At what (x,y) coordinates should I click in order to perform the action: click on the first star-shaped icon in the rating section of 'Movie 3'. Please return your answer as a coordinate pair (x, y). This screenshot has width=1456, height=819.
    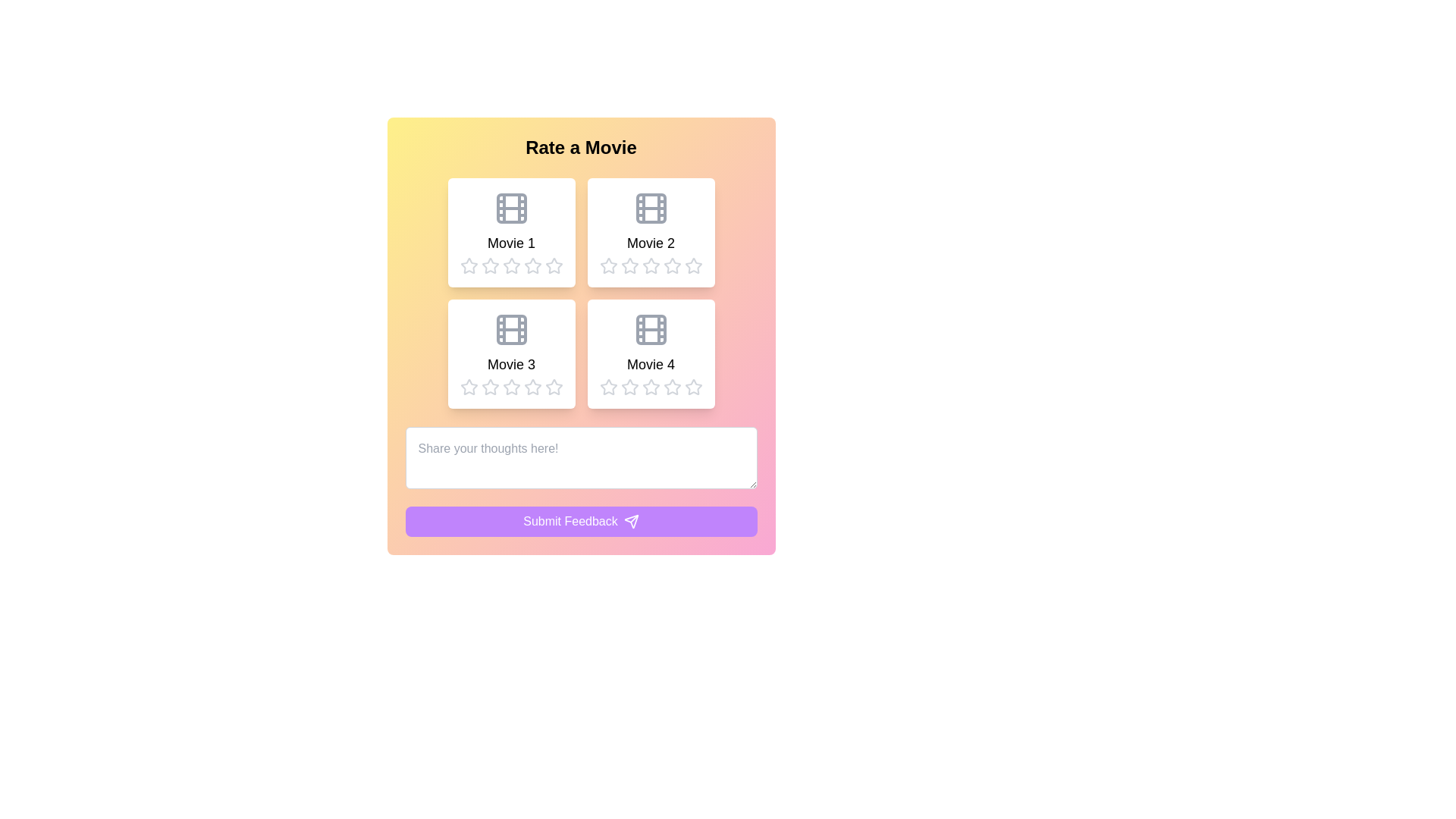
    Looking at the image, I should click on (490, 386).